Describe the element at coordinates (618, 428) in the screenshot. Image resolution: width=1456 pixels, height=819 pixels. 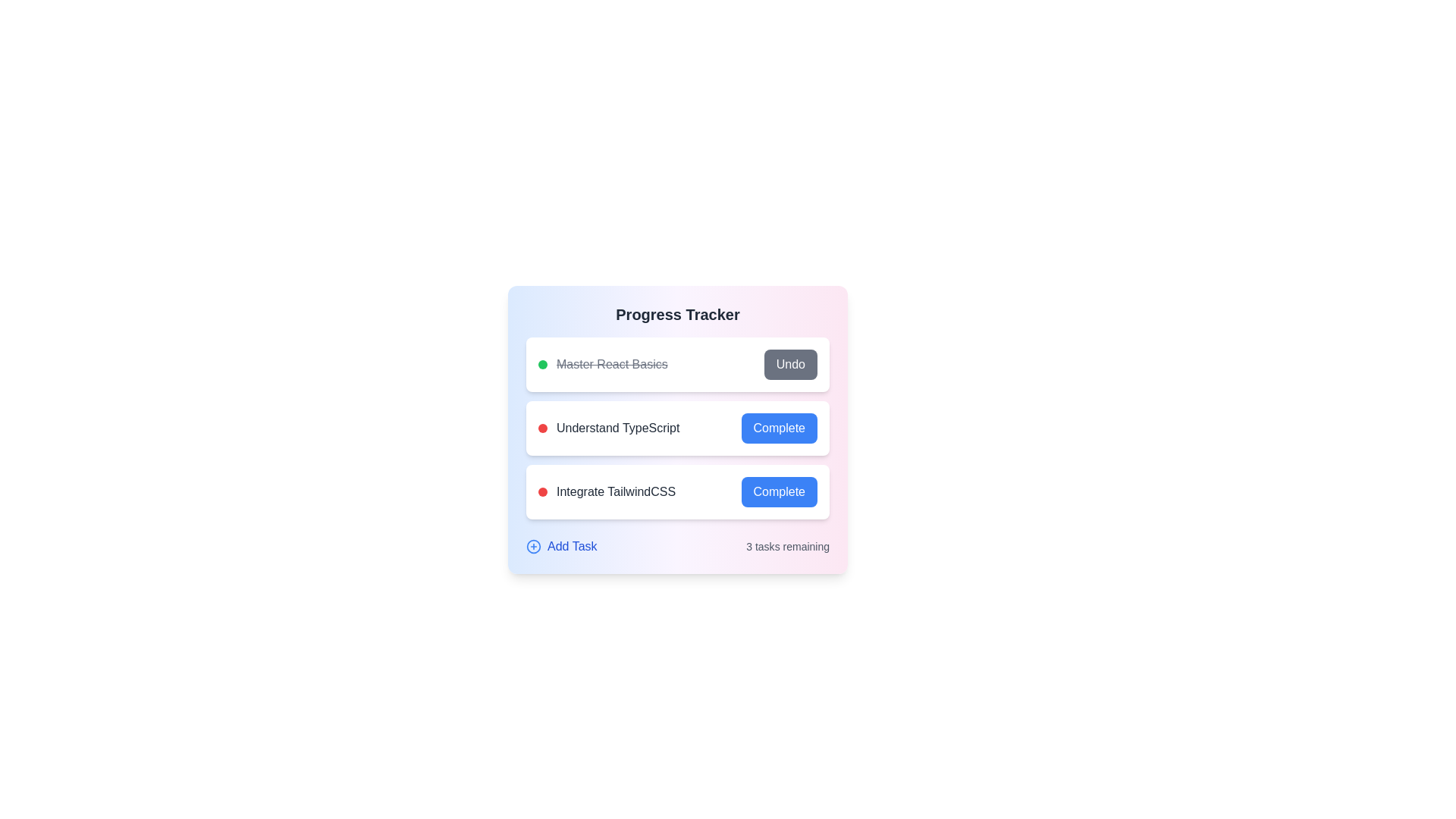
I see `the text element displaying 'Understand TypeScript' in the progress tracker interface, which is horizontally centered and part of a card with a light background` at that location.